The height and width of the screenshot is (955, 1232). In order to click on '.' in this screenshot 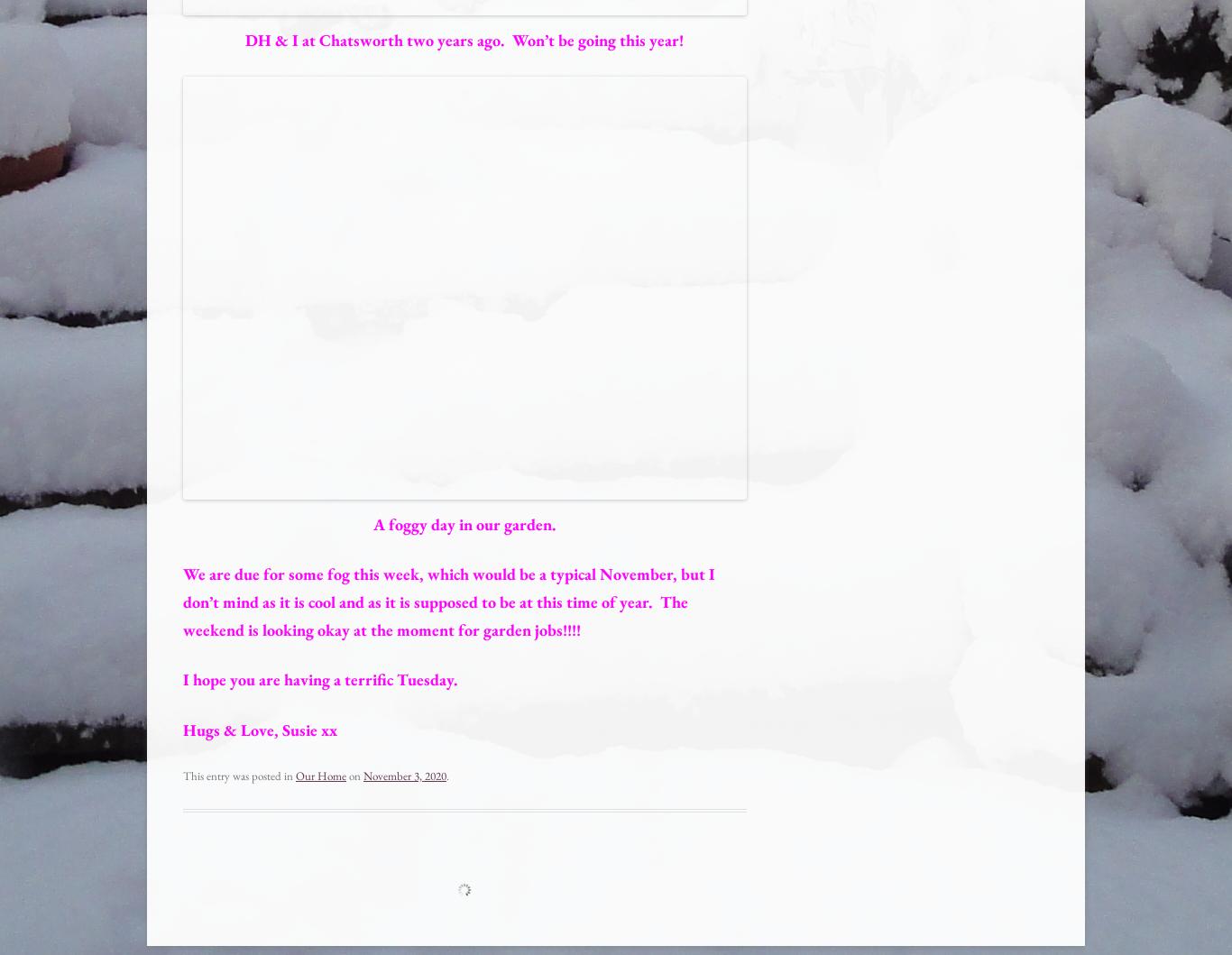, I will do `click(447, 775)`.